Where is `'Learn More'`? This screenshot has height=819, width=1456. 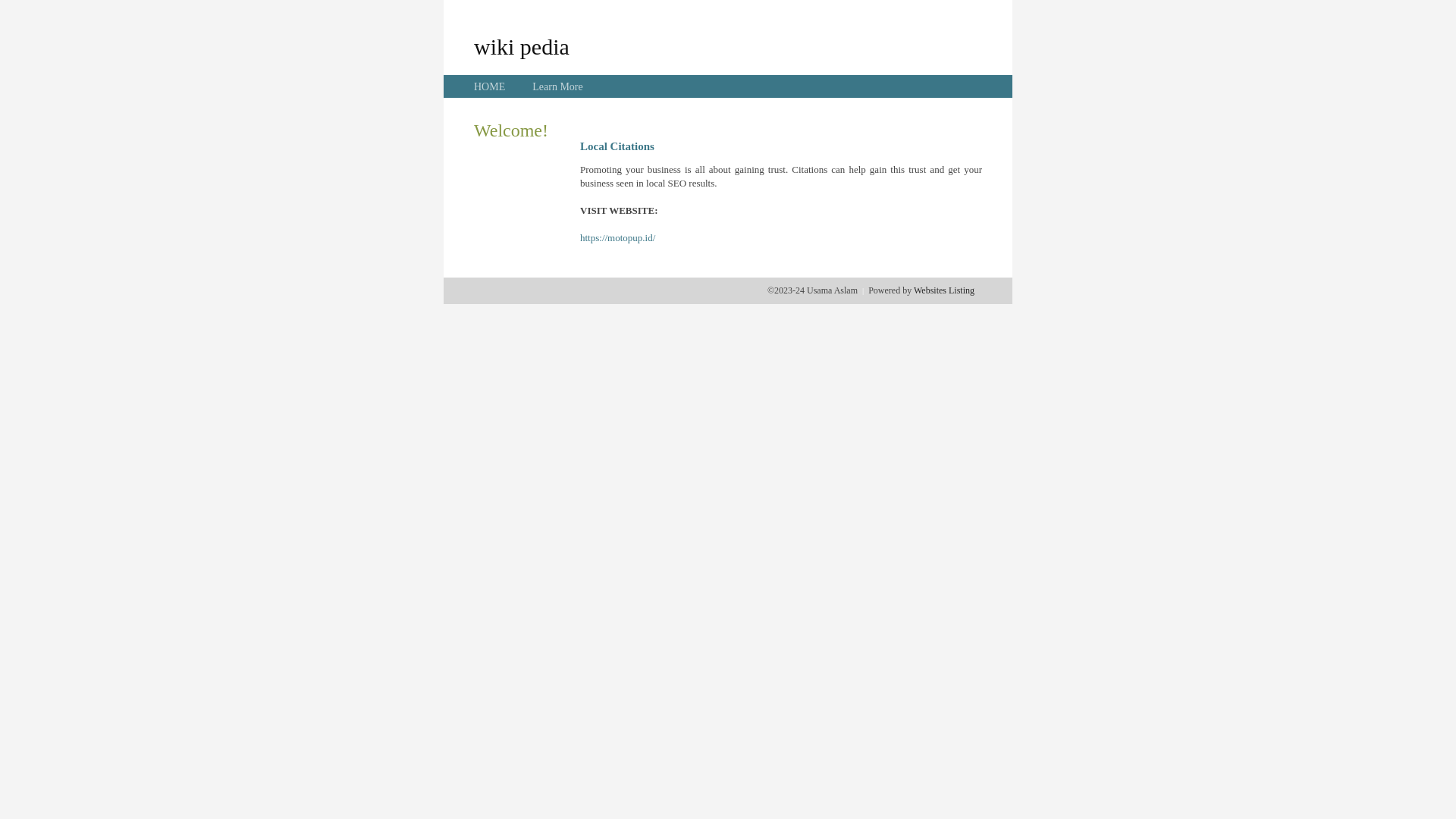
'Learn More' is located at coordinates (556, 86).